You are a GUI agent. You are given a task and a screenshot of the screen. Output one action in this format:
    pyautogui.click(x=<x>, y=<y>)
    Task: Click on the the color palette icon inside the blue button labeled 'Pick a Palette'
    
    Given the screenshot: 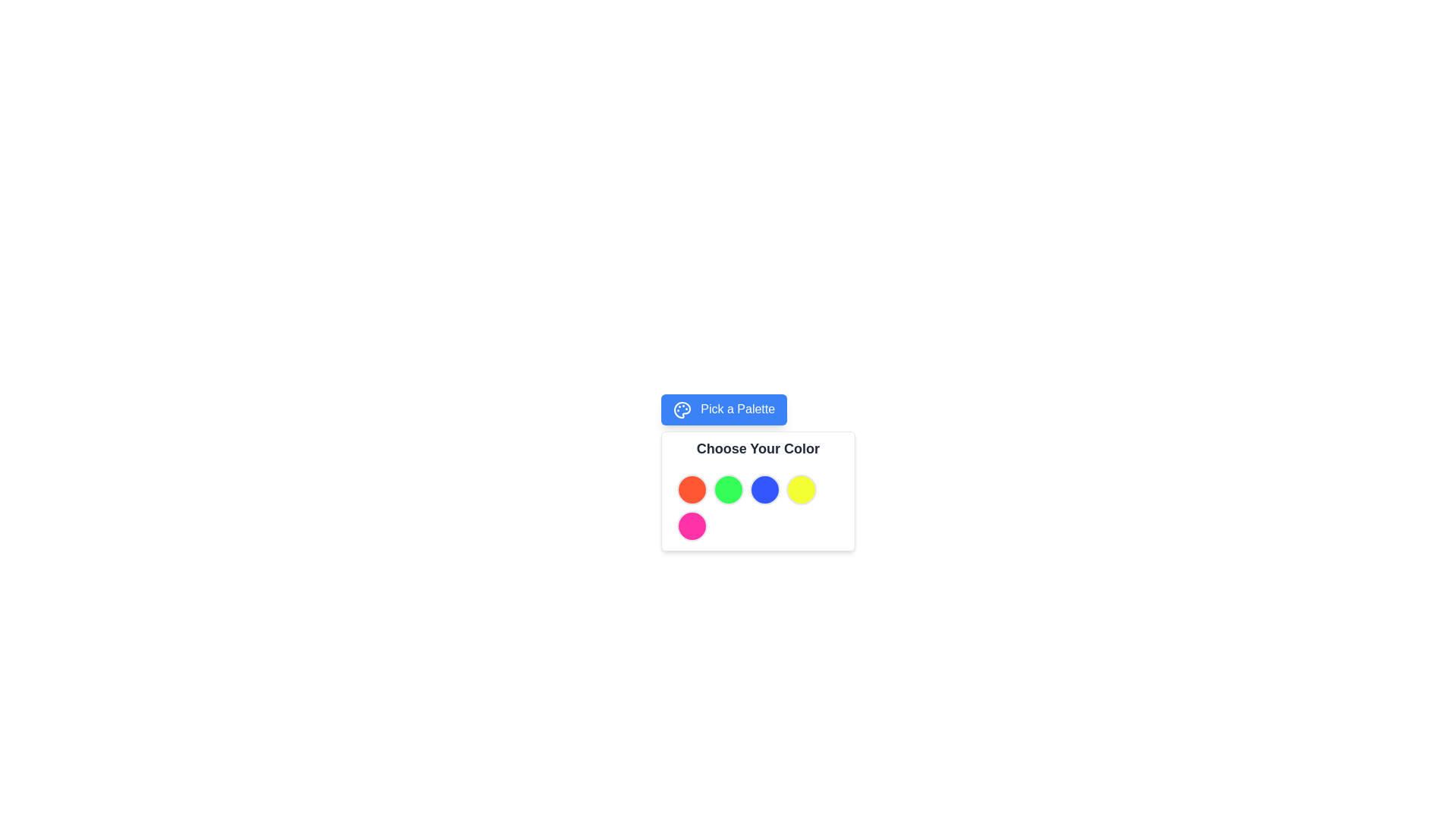 What is the action you would take?
    pyautogui.click(x=681, y=409)
    